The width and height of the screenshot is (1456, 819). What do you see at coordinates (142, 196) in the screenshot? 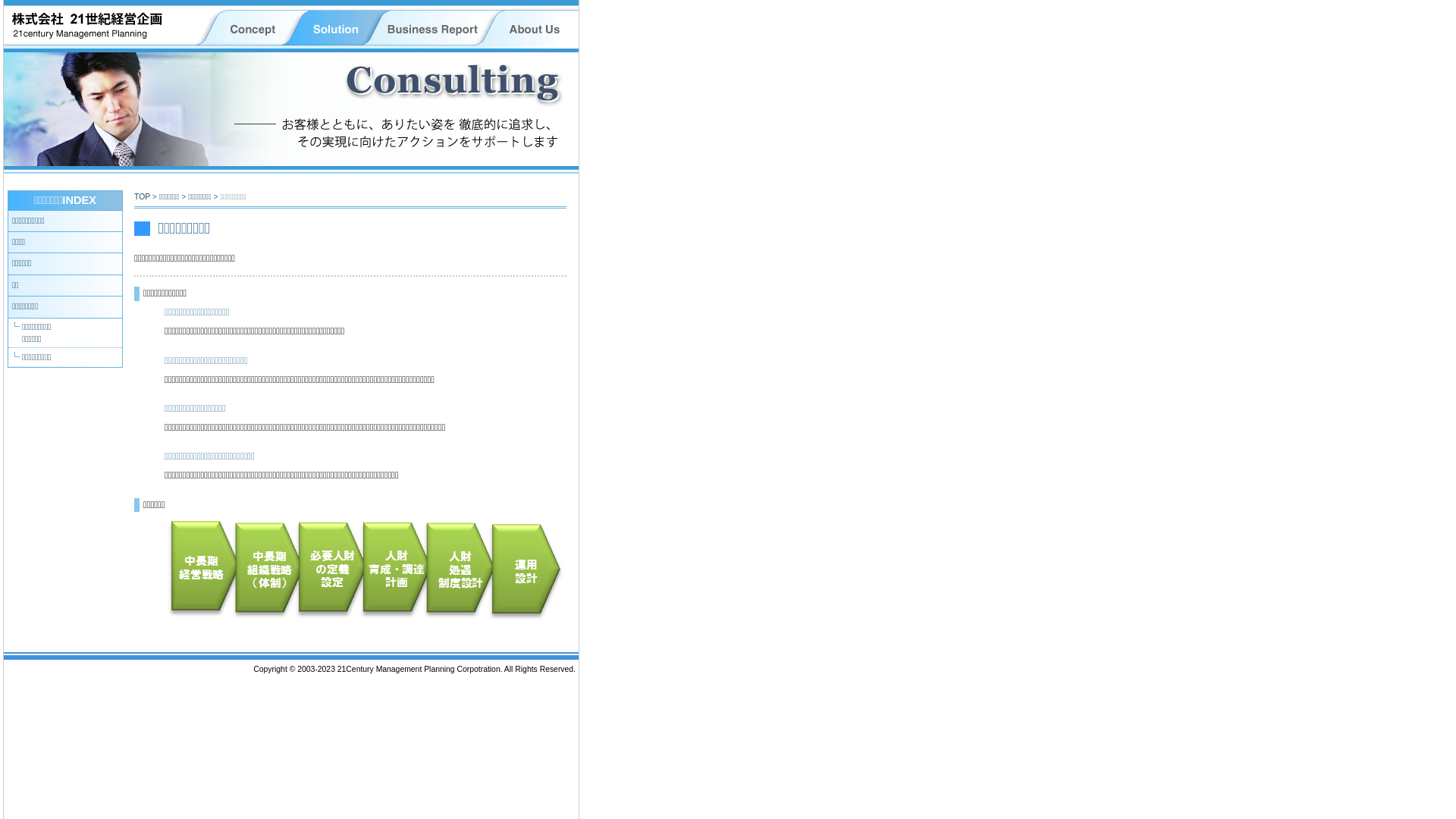
I see `'TOP'` at bounding box center [142, 196].